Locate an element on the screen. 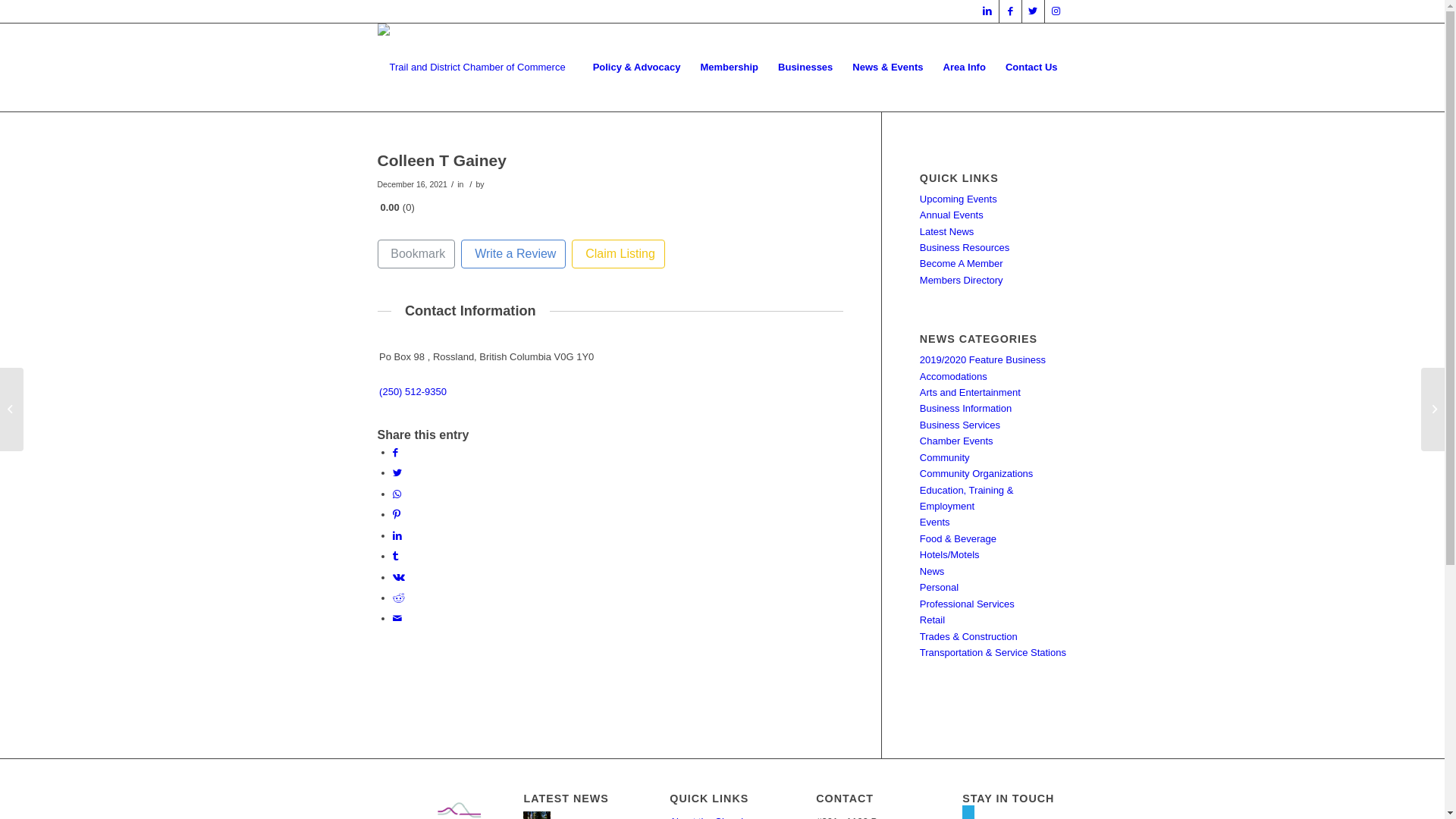 The width and height of the screenshot is (1456, 819). 'Membership' is located at coordinates (729, 66).